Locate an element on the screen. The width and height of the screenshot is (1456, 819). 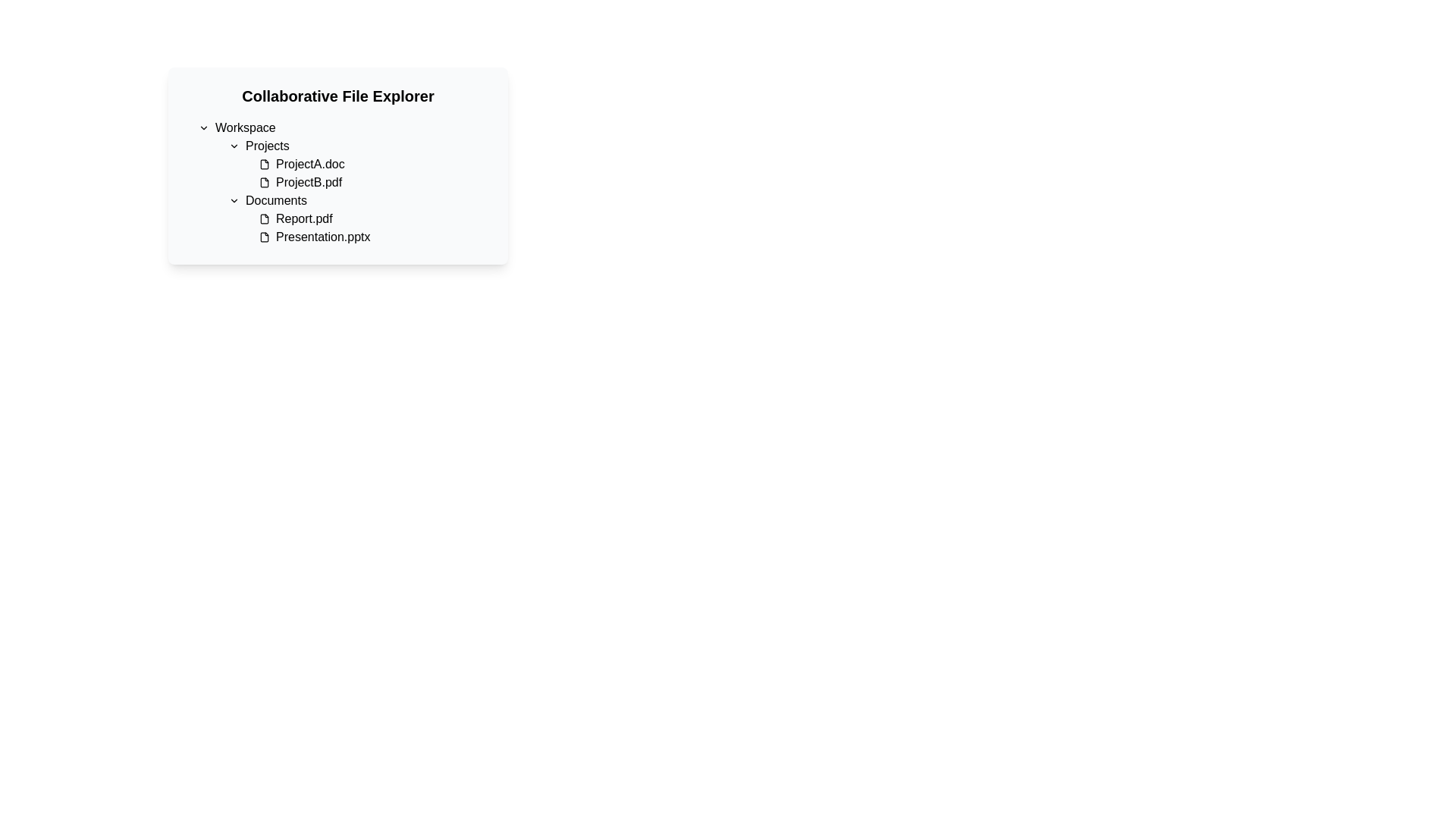
the folder or file by clicking on its name in the hierarchical list view of the file explorer, specifically targeting the center of the element located under the 'Workspace' section is located at coordinates (352, 191).